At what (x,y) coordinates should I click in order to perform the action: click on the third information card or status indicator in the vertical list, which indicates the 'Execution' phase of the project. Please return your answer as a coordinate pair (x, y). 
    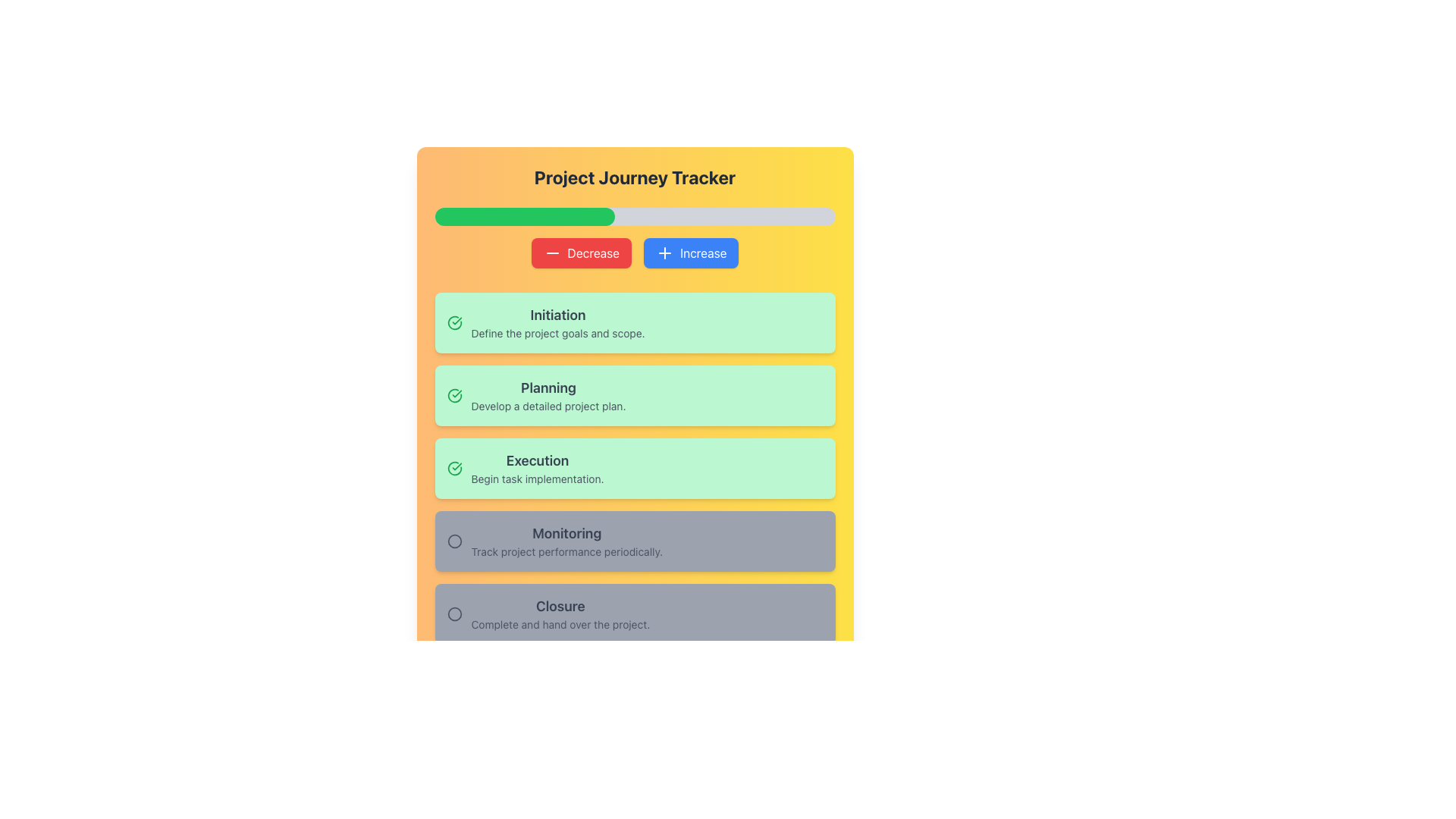
    Looking at the image, I should click on (635, 467).